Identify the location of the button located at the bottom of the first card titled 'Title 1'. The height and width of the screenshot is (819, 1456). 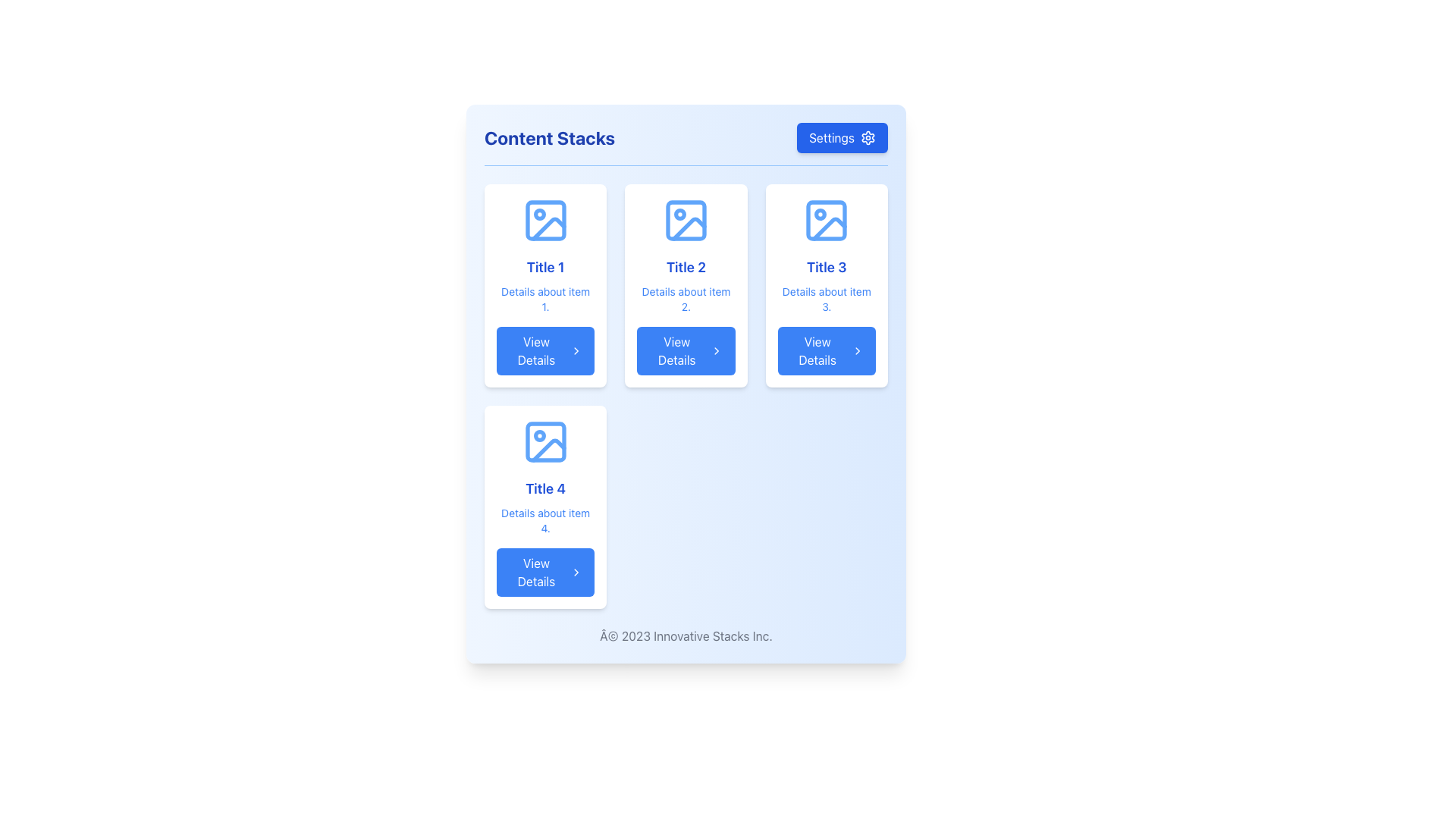
(545, 350).